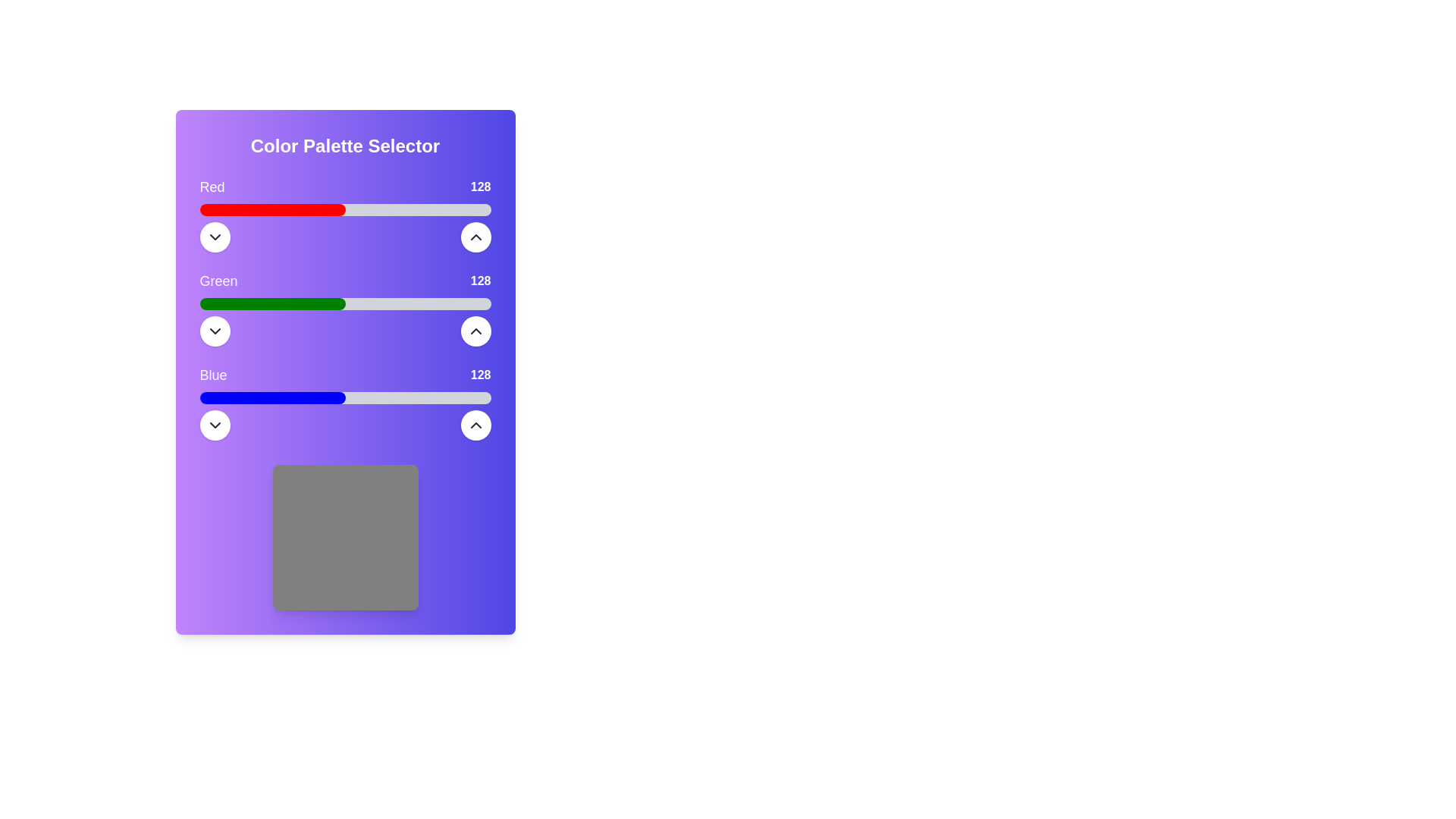  What do you see at coordinates (252, 304) in the screenshot?
I see `the green component of the color` at bounding box center [252, 304].